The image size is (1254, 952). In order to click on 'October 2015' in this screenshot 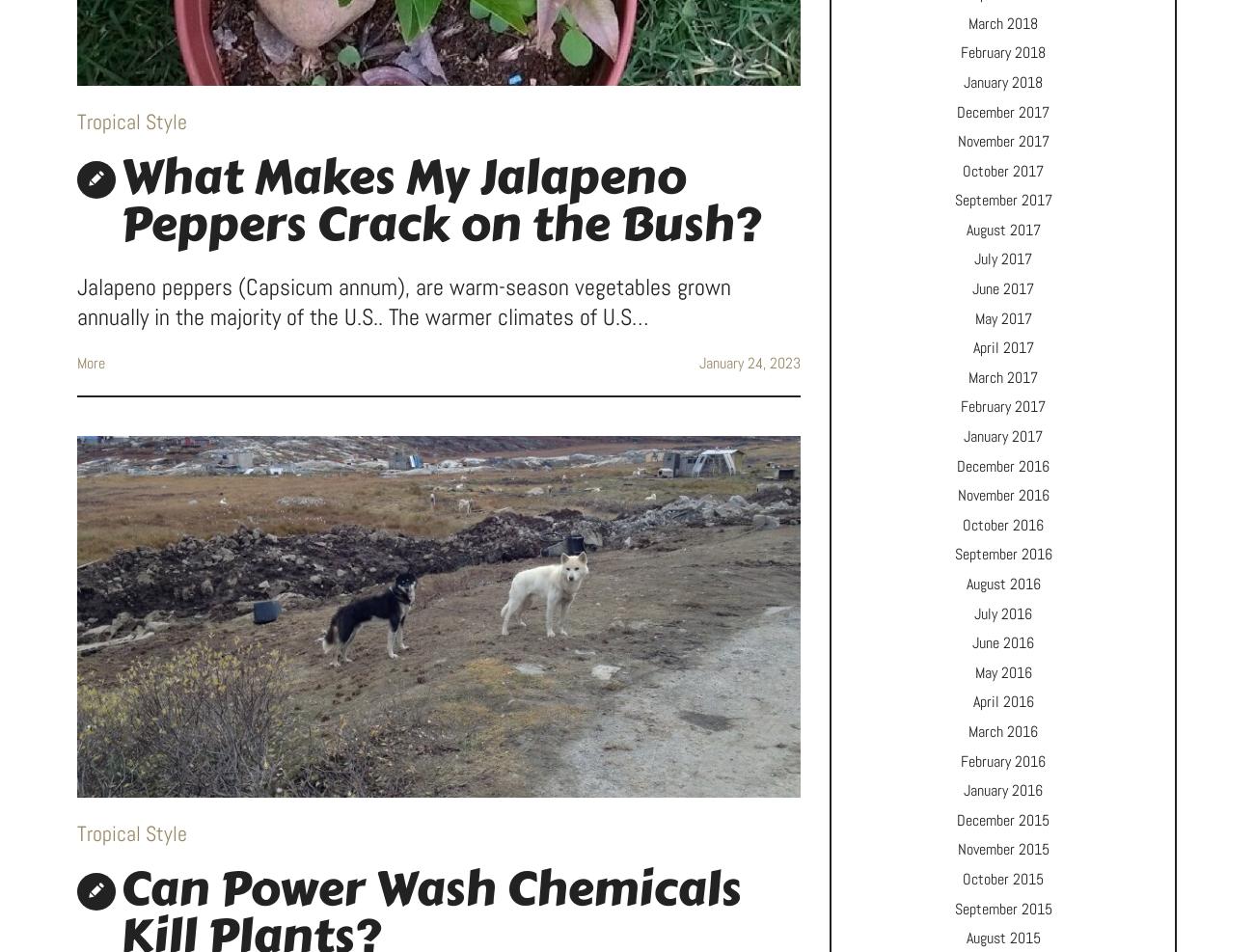, I will do `click(1003, 877)`.